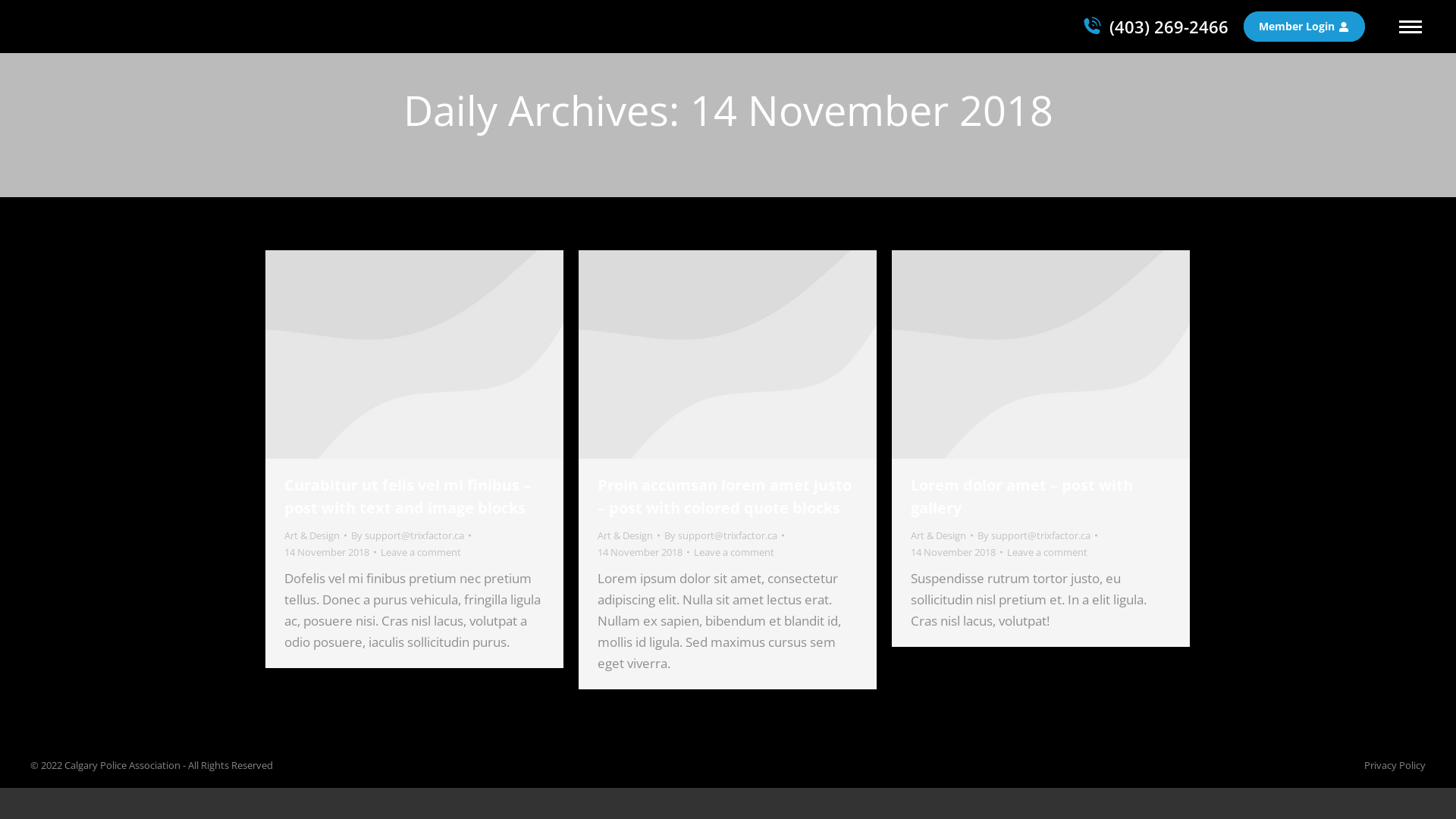  I want to click on 'By support@trixfactor.ca', so click(411, 534).